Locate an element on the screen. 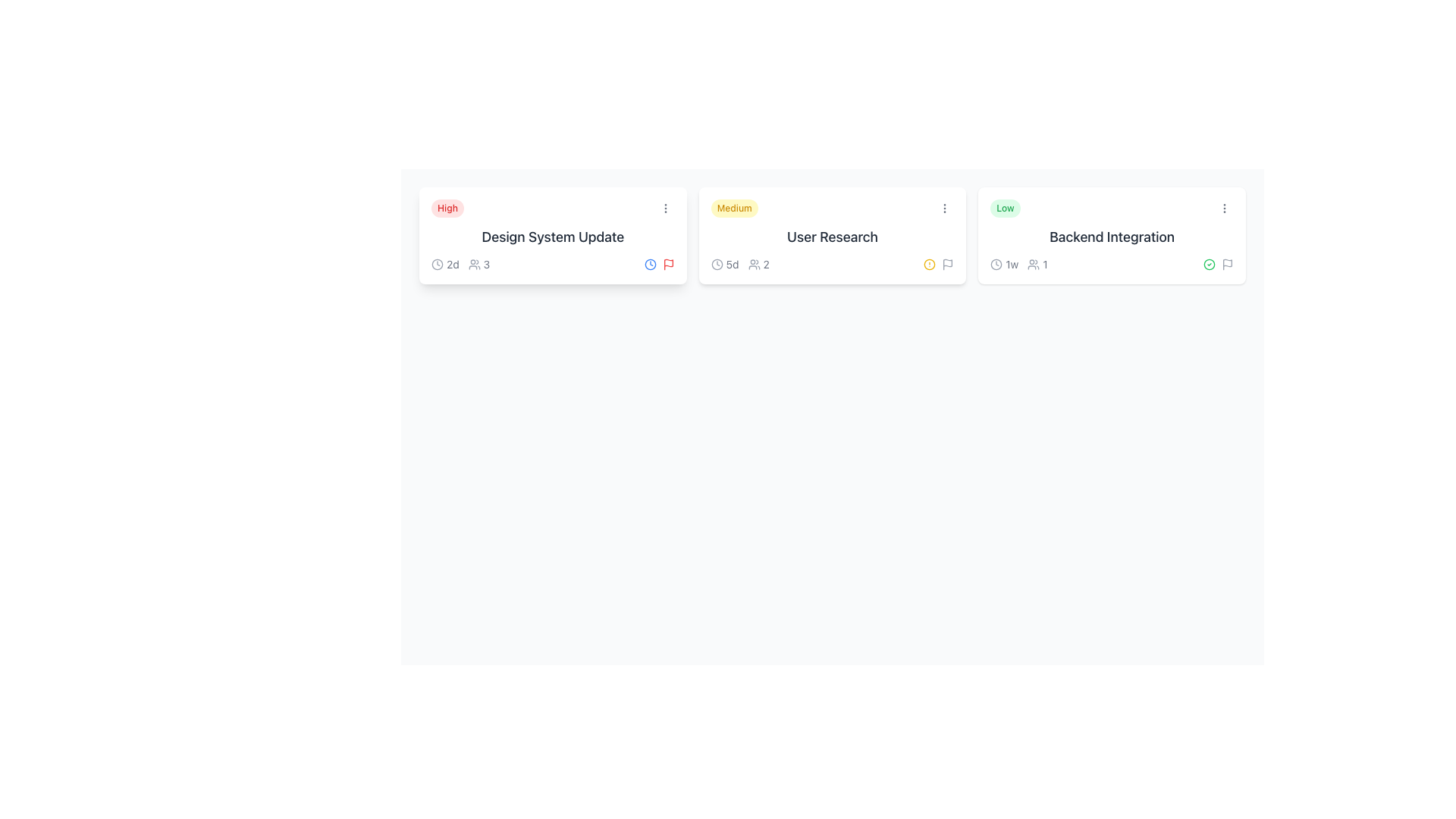 This screenshot has width=1456, height=819. the circular outline element within the clock icon located in the bottom-right section of the 'User Research' card is located at coordinates (716, 263).